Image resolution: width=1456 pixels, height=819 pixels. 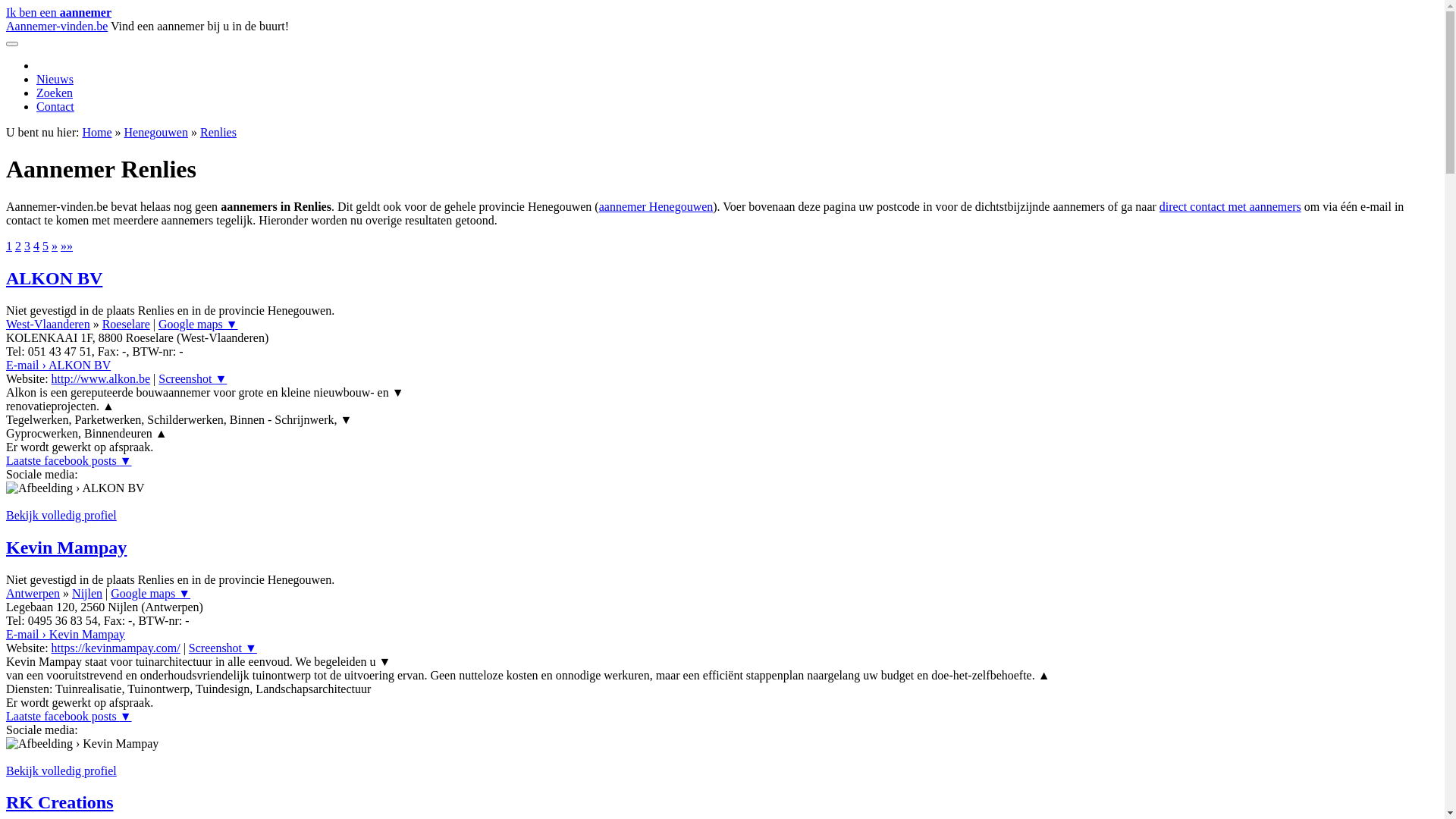 What do you see at coordinates (218, 131) in the screenshot?
I see `'Renlies'` at bounding box center [218, 131].